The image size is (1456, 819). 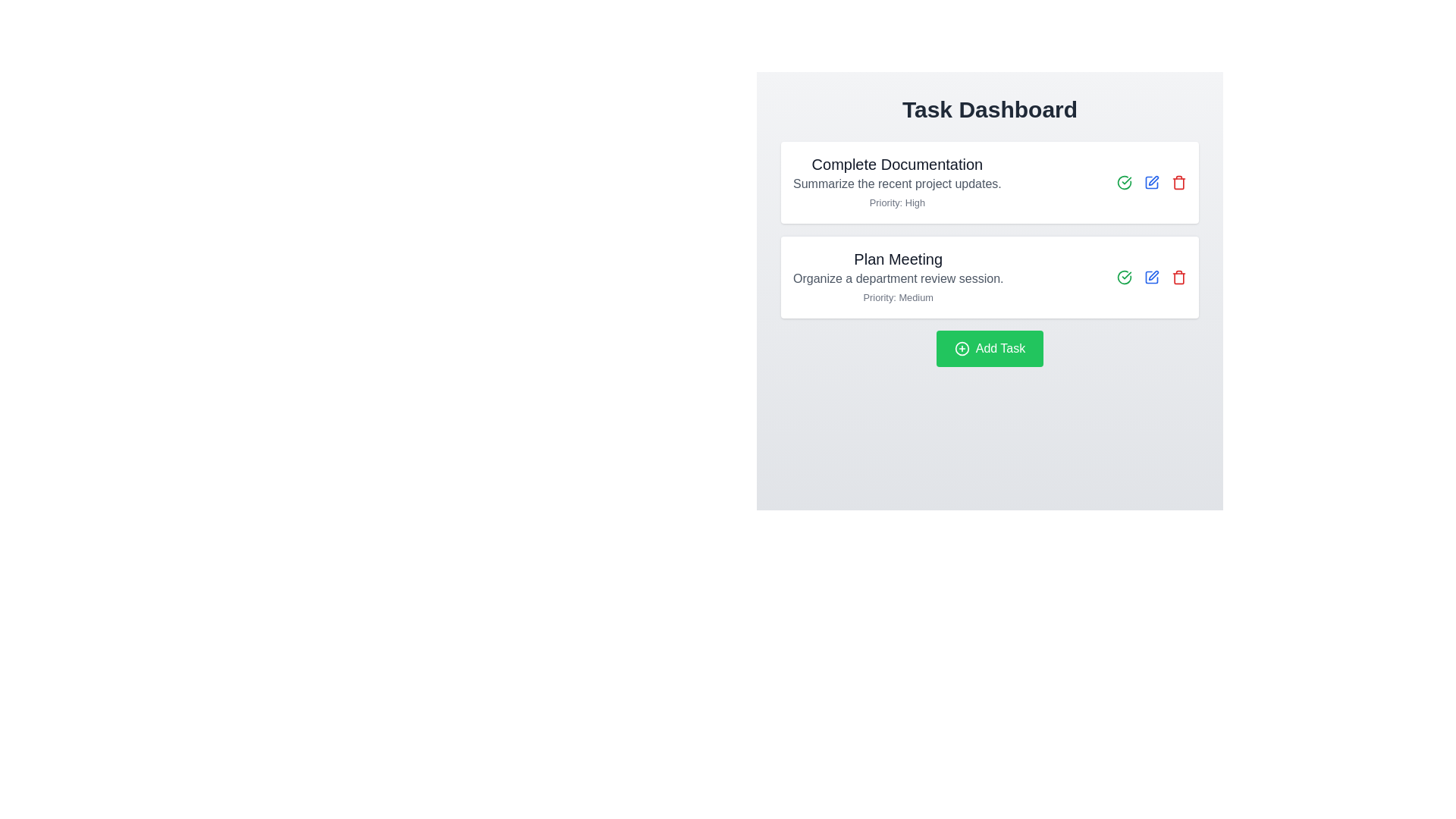 What do you see at coordinates (897, 184) in the screenshot?
I see `the static label that provides context for the task 'Complete Documentation', located below the title and above the priority label` at bounding box center [897, 184].